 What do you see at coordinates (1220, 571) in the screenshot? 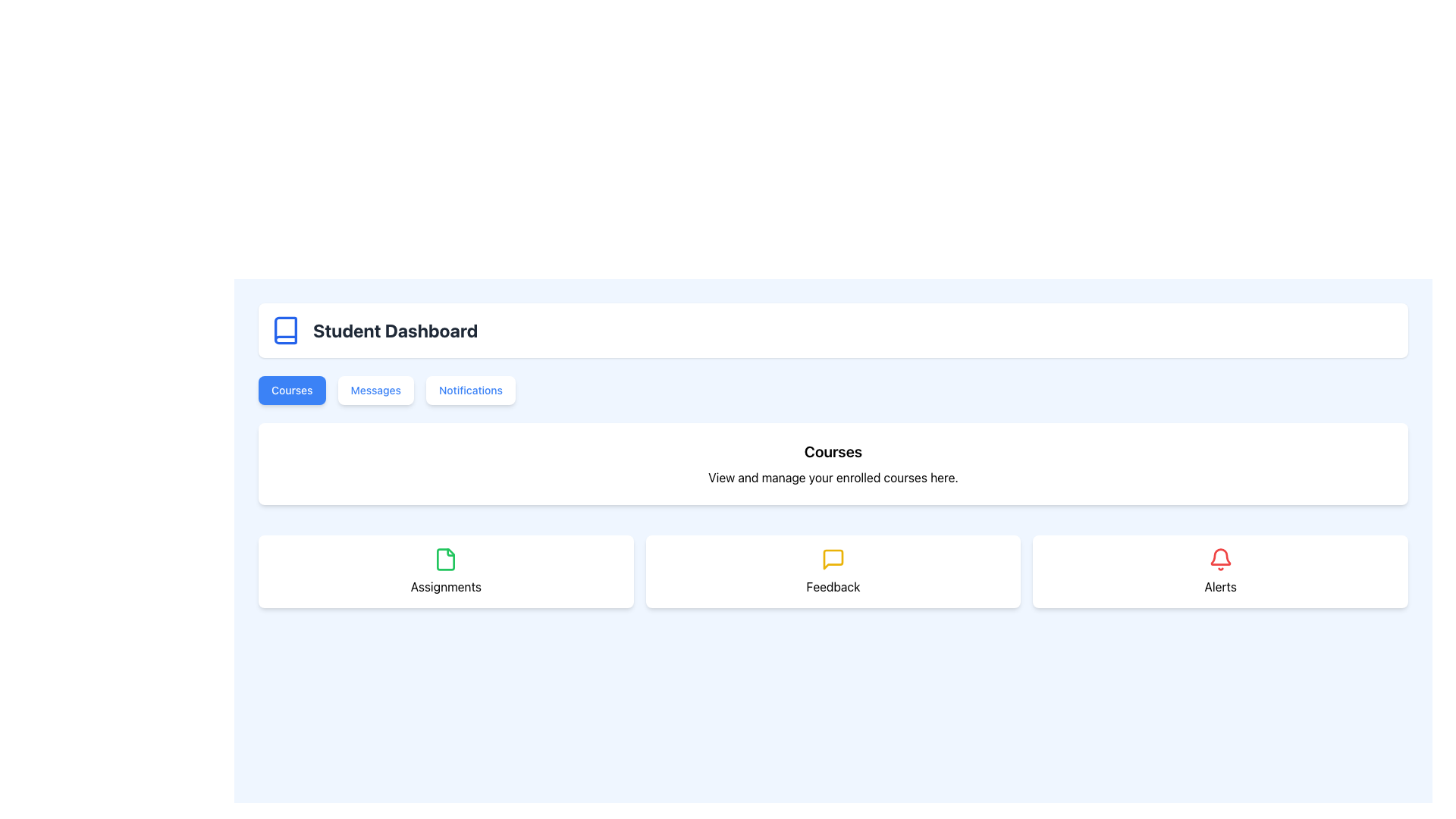
I see `the alerts card, which is a rectangular card with a white background, rounded corners, and a red bell icon at the top` at bounding box center [1220, 571].